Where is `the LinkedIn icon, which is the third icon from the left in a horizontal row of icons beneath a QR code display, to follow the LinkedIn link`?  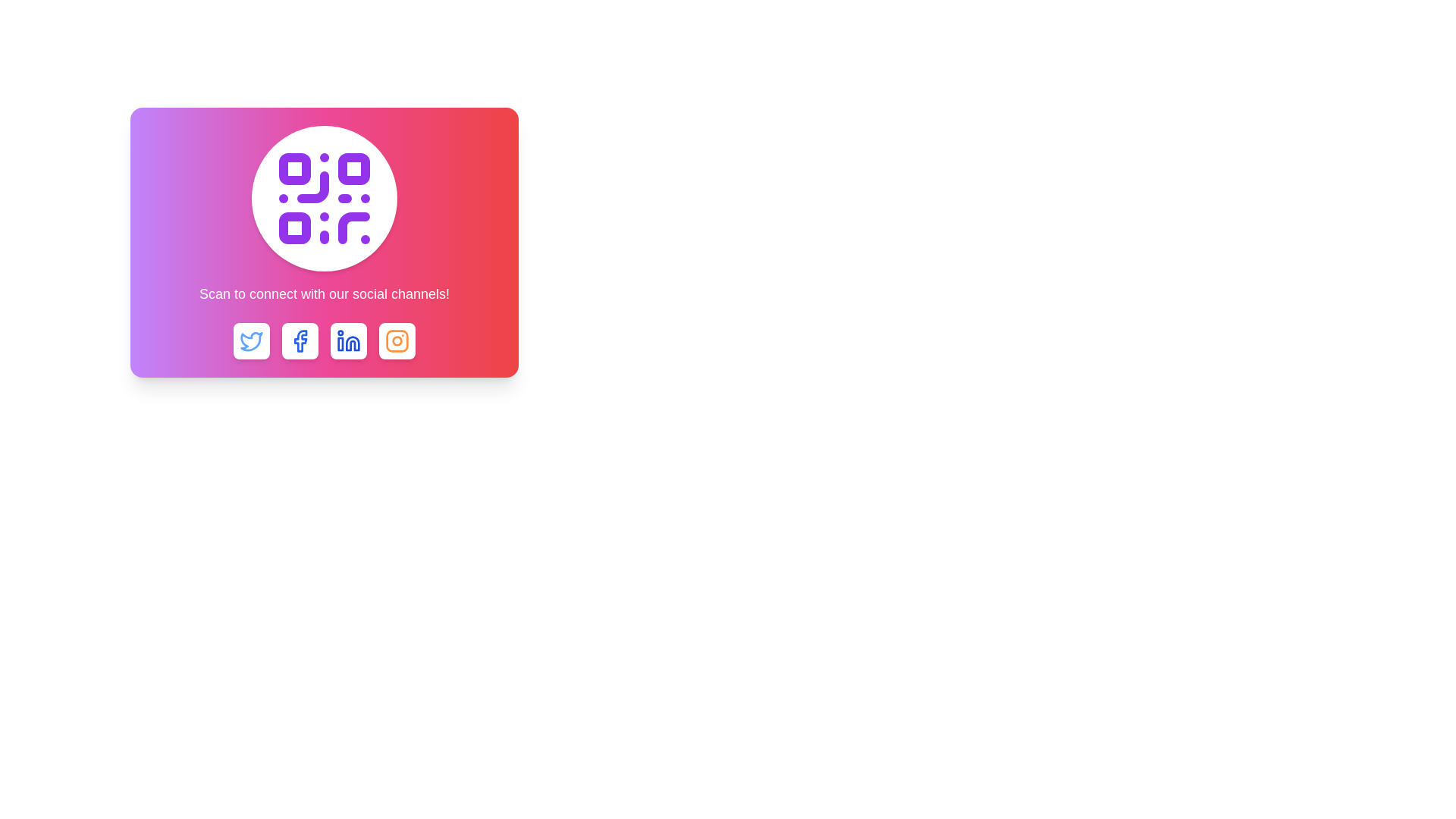
the LinkedIn icon, which is the third icon from the left in a horizontal row of icons beneath a QR code display, to follow the LinkedIn link is located at coordinates (348, 341).